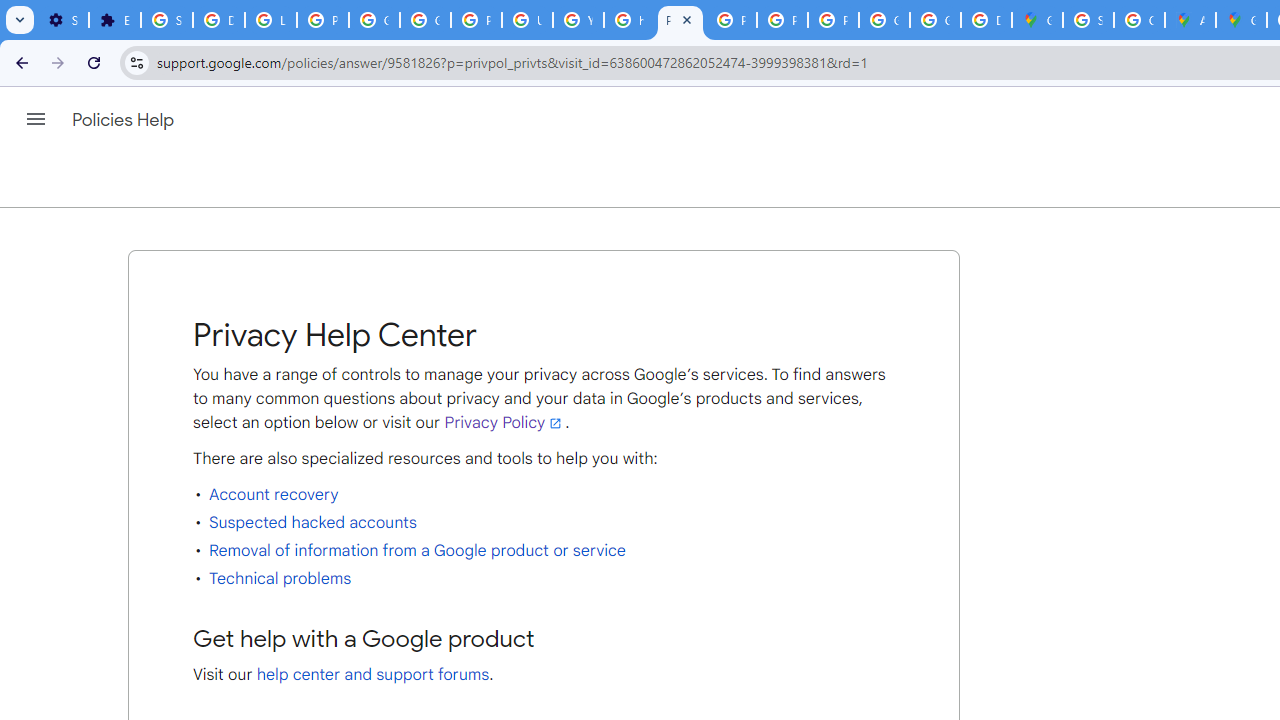 This screenshot has height=720, width=1280. What do you see at coordinates (577, 20) in the screenshot?
I see `'YouTube'` at bounding box center [577, 20].